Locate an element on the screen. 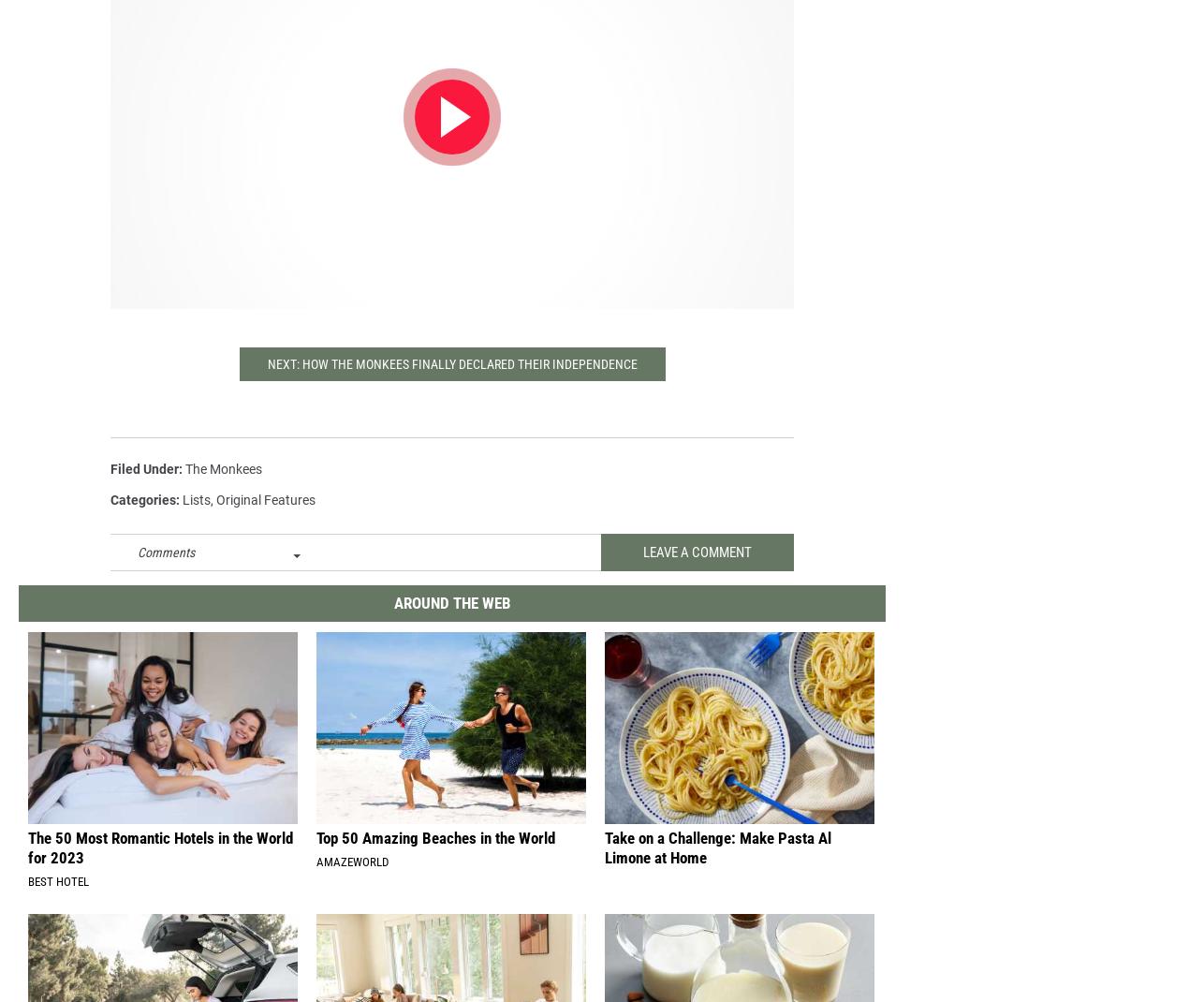 The height and width of the screenshot is (1002, 1204). 'The 50 Most Romantic Hotels in the World for 2023' is located at coordinates (160, 862).